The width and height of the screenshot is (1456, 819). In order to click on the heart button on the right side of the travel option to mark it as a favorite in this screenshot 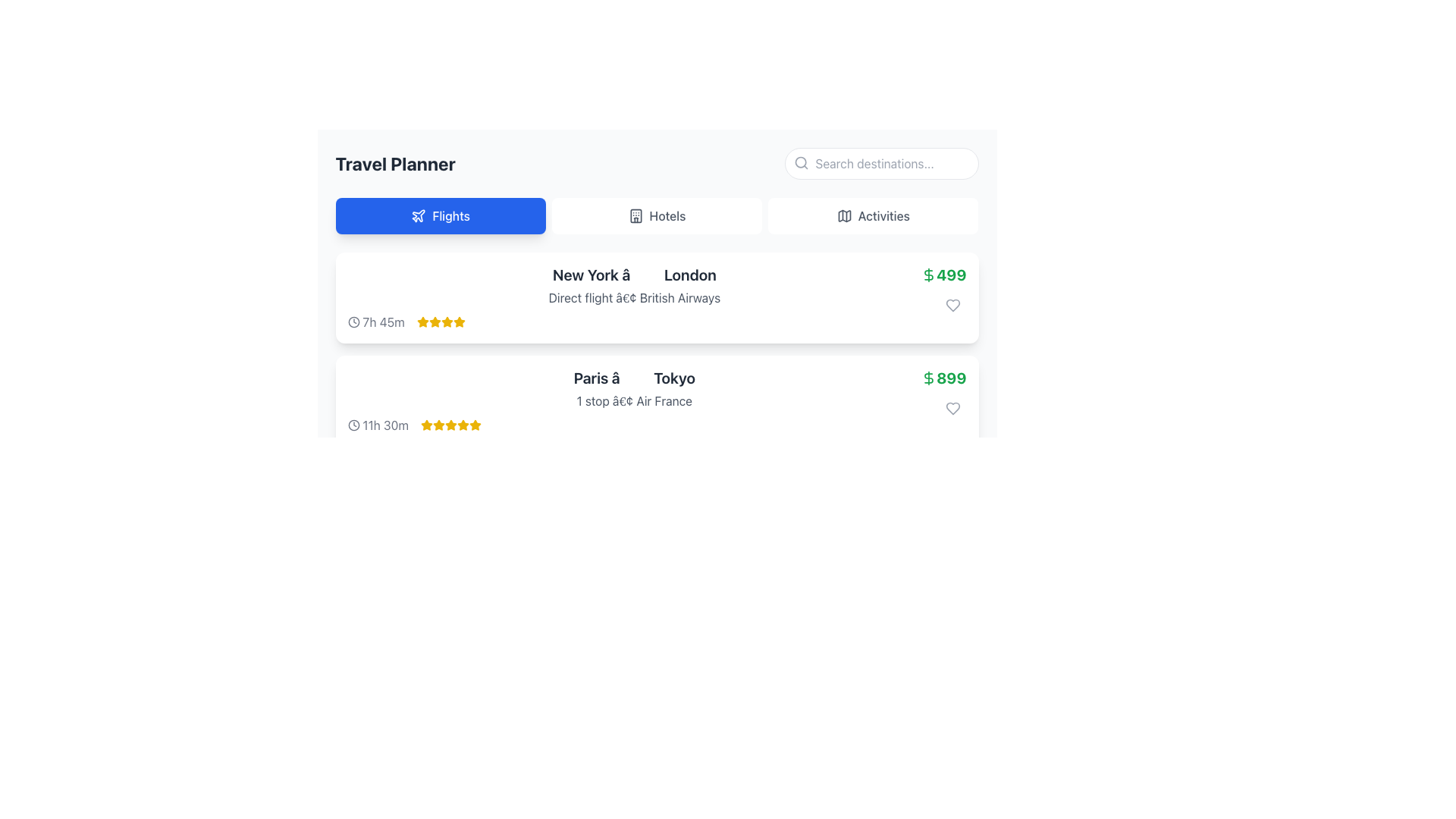, I will do `click(952, 408)`.